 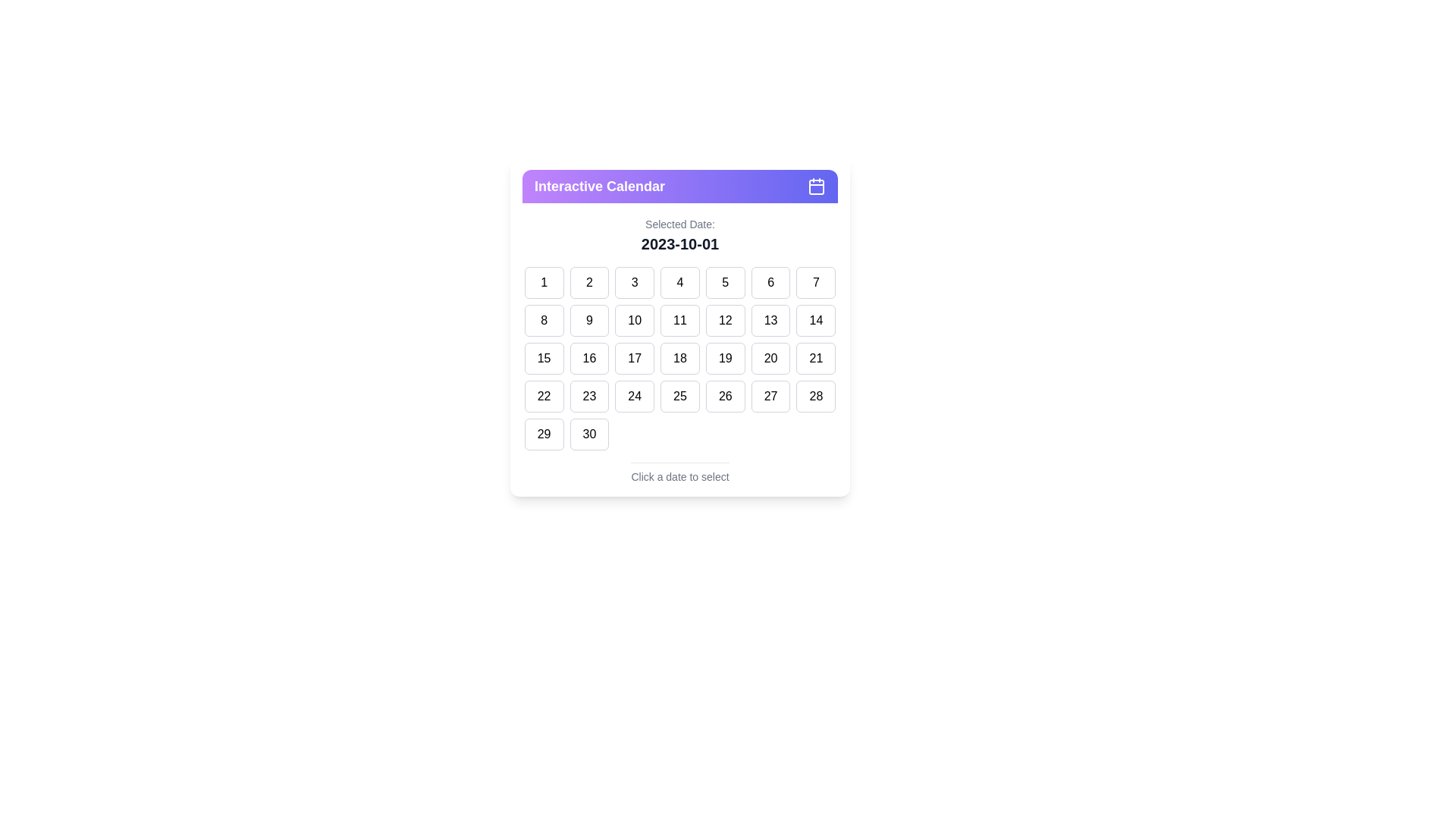 I want to click on the button, so click(x=724, y=283).